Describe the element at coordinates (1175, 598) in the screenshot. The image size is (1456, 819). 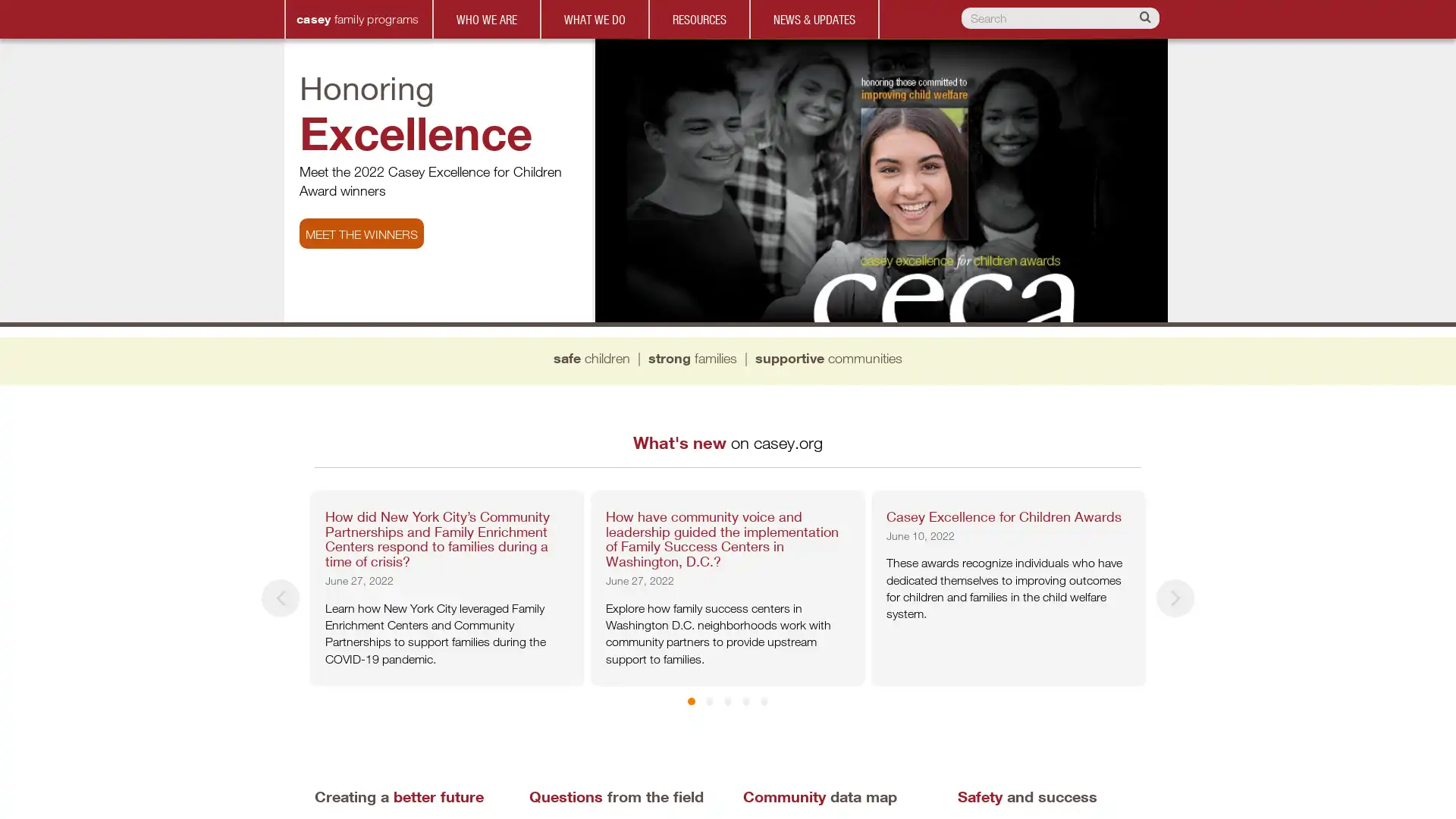
I see `Next` at that location.